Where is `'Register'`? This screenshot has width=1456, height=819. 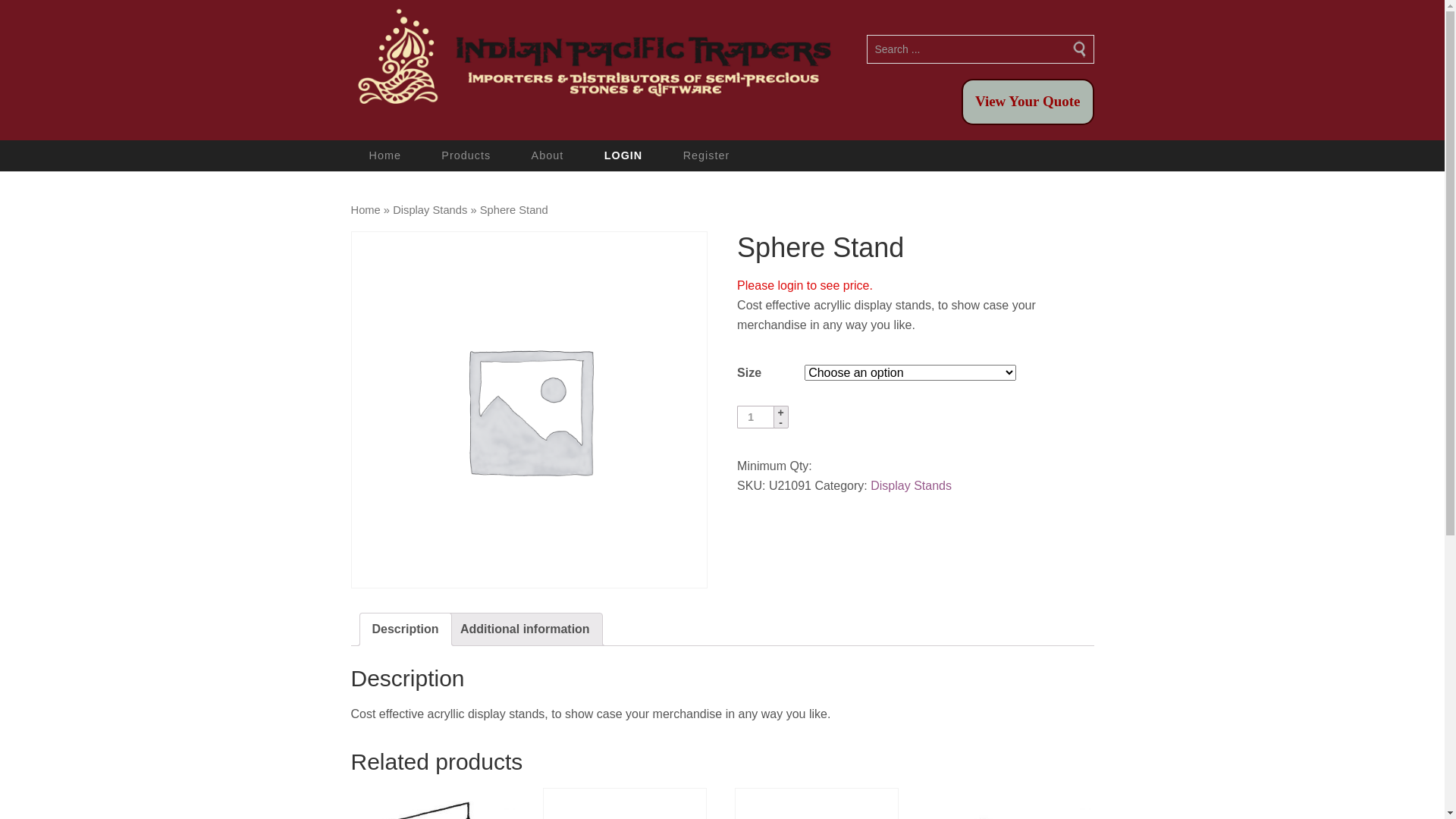 'Register' is located at coordinates (705, 155).